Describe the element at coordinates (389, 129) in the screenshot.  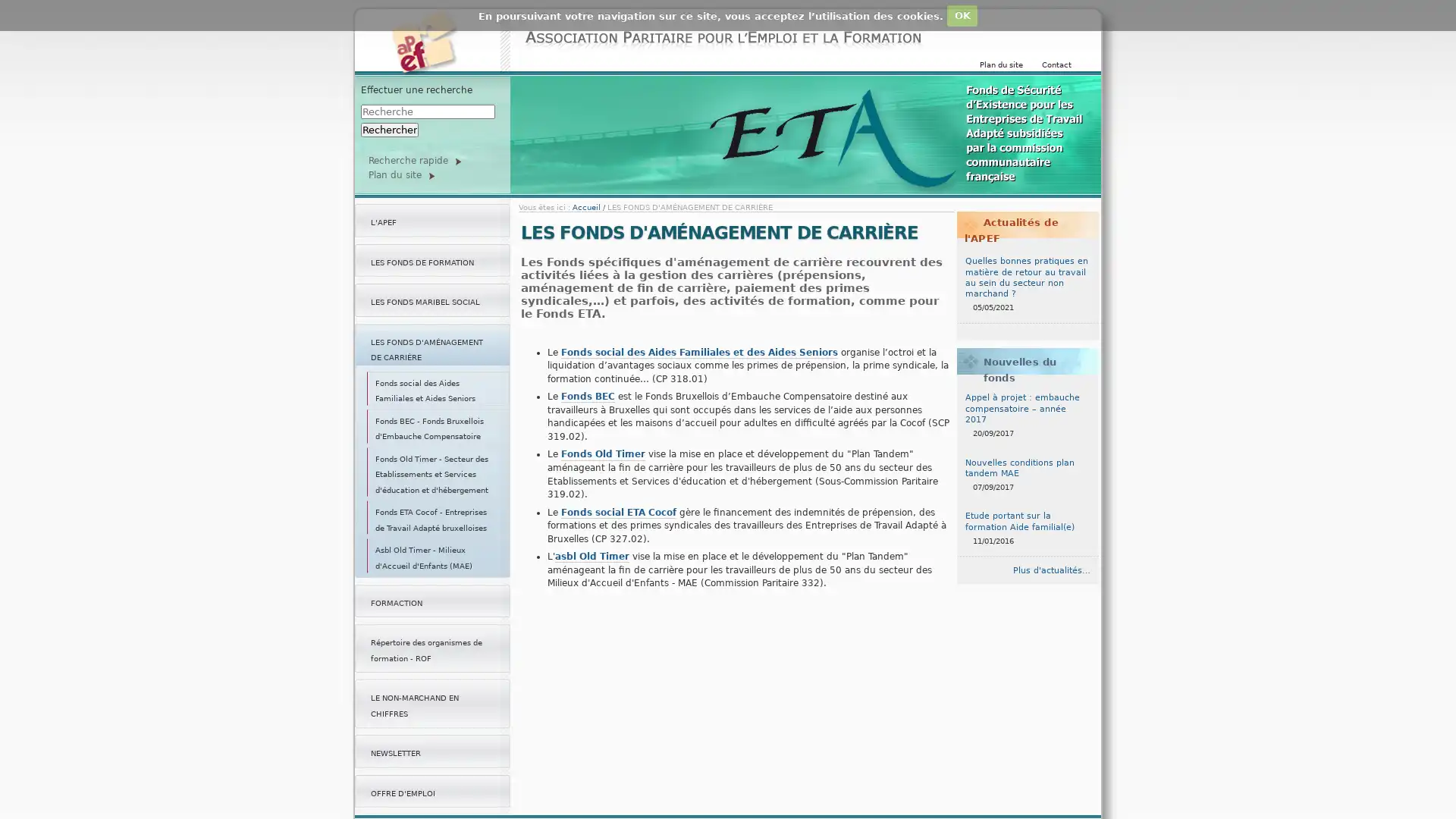
I see `Rechercher` at that location.